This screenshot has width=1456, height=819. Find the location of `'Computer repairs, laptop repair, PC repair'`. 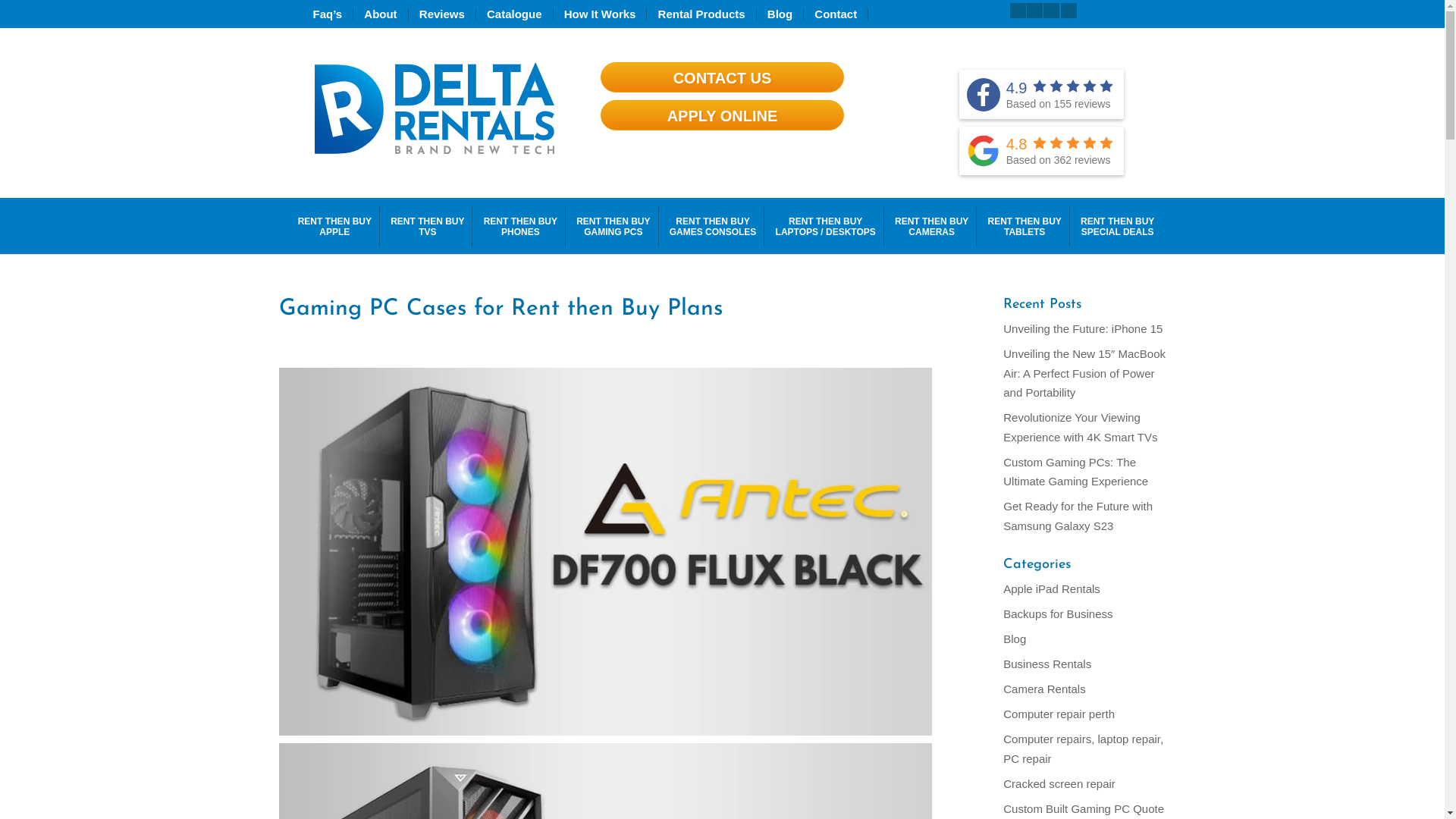

'Computer repairs, laptop repair, PC repair' is located at coordinates (1082, 748).